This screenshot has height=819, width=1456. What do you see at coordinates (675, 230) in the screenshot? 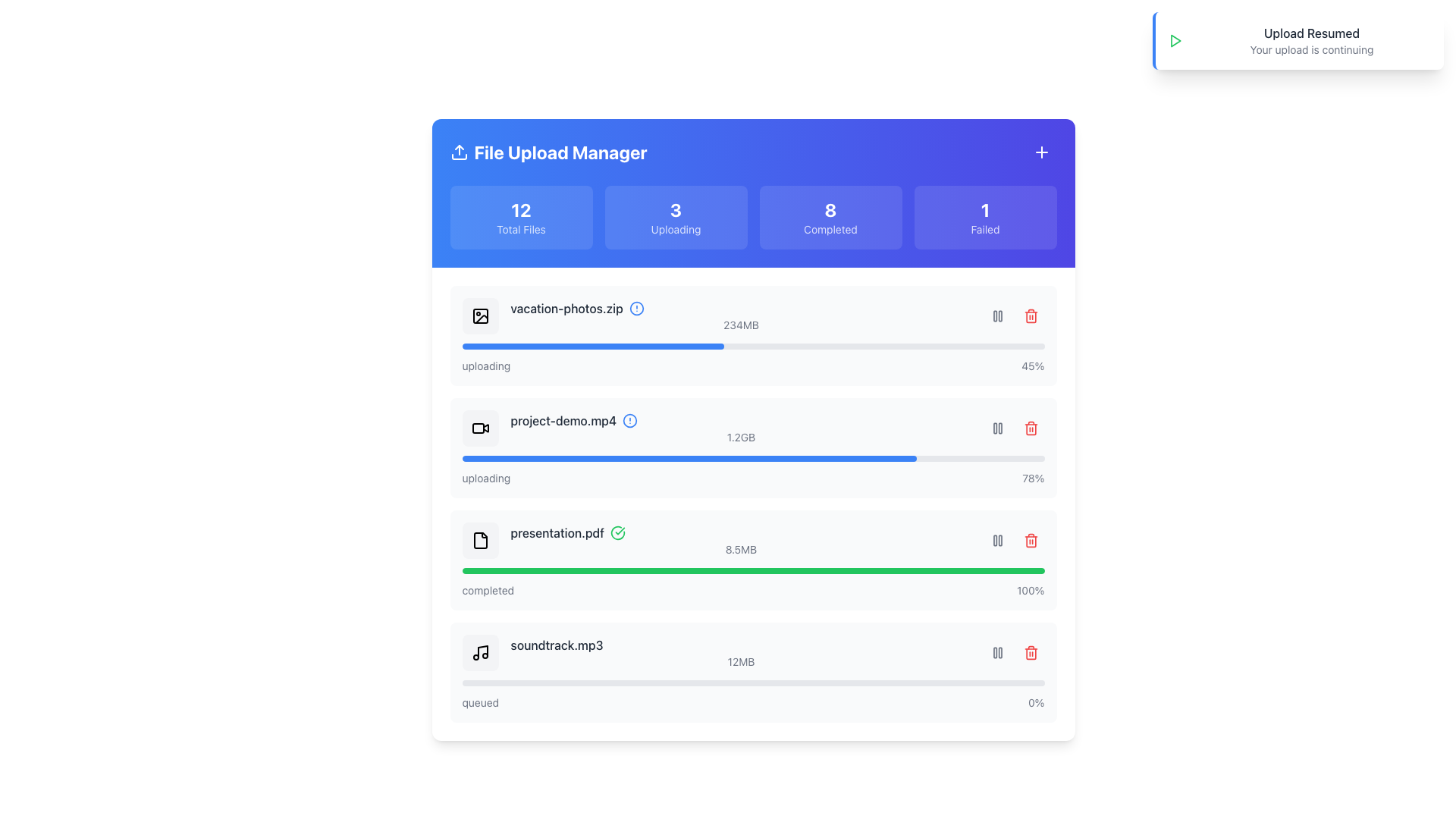
I see `text label displaying 'Uploading', which is styled in small white font with an opacity effect, located below the number '3' in the summary section of the UI` at bounding box center [675, 230].